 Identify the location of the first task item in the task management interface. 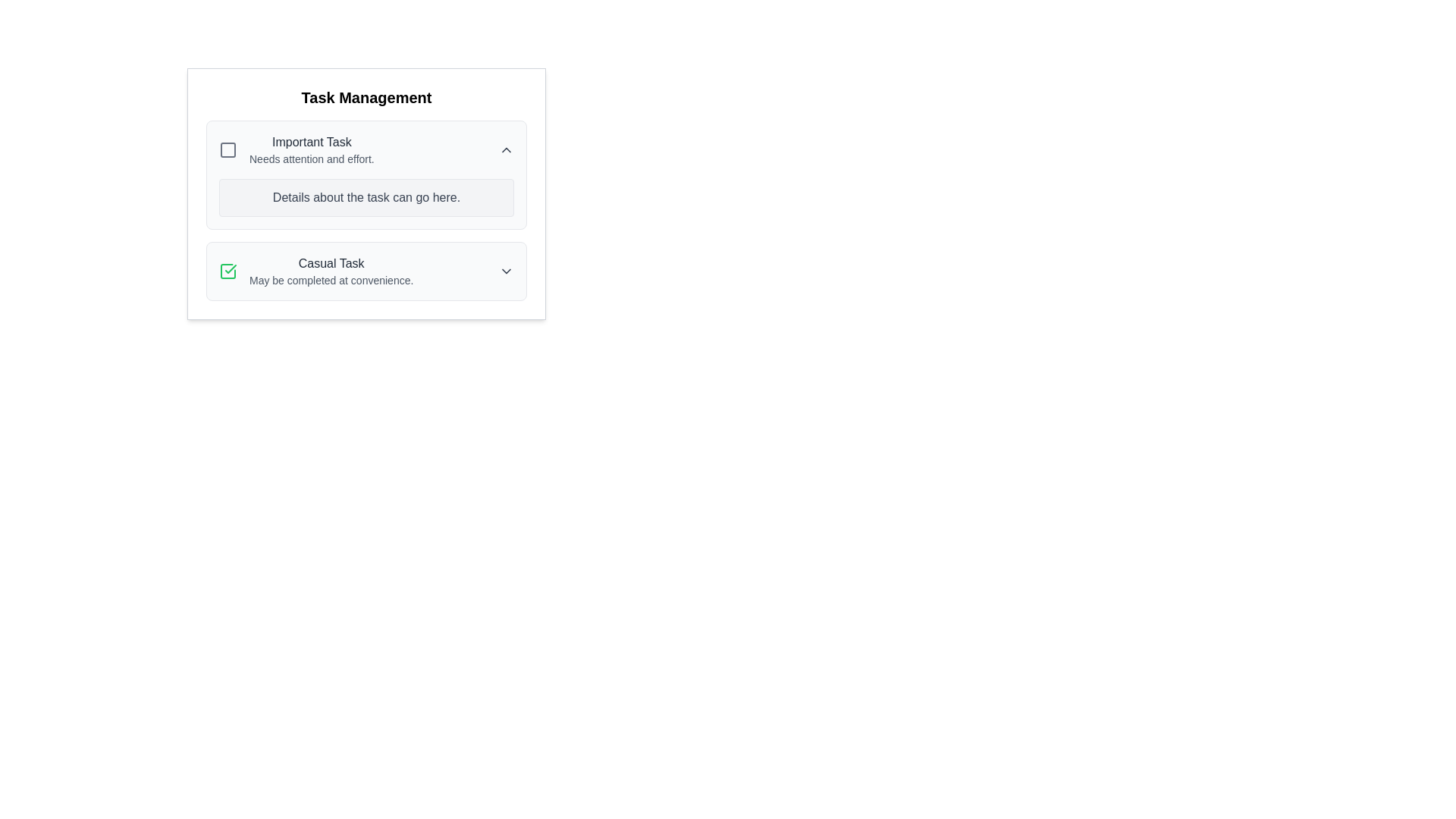
(297, 149).